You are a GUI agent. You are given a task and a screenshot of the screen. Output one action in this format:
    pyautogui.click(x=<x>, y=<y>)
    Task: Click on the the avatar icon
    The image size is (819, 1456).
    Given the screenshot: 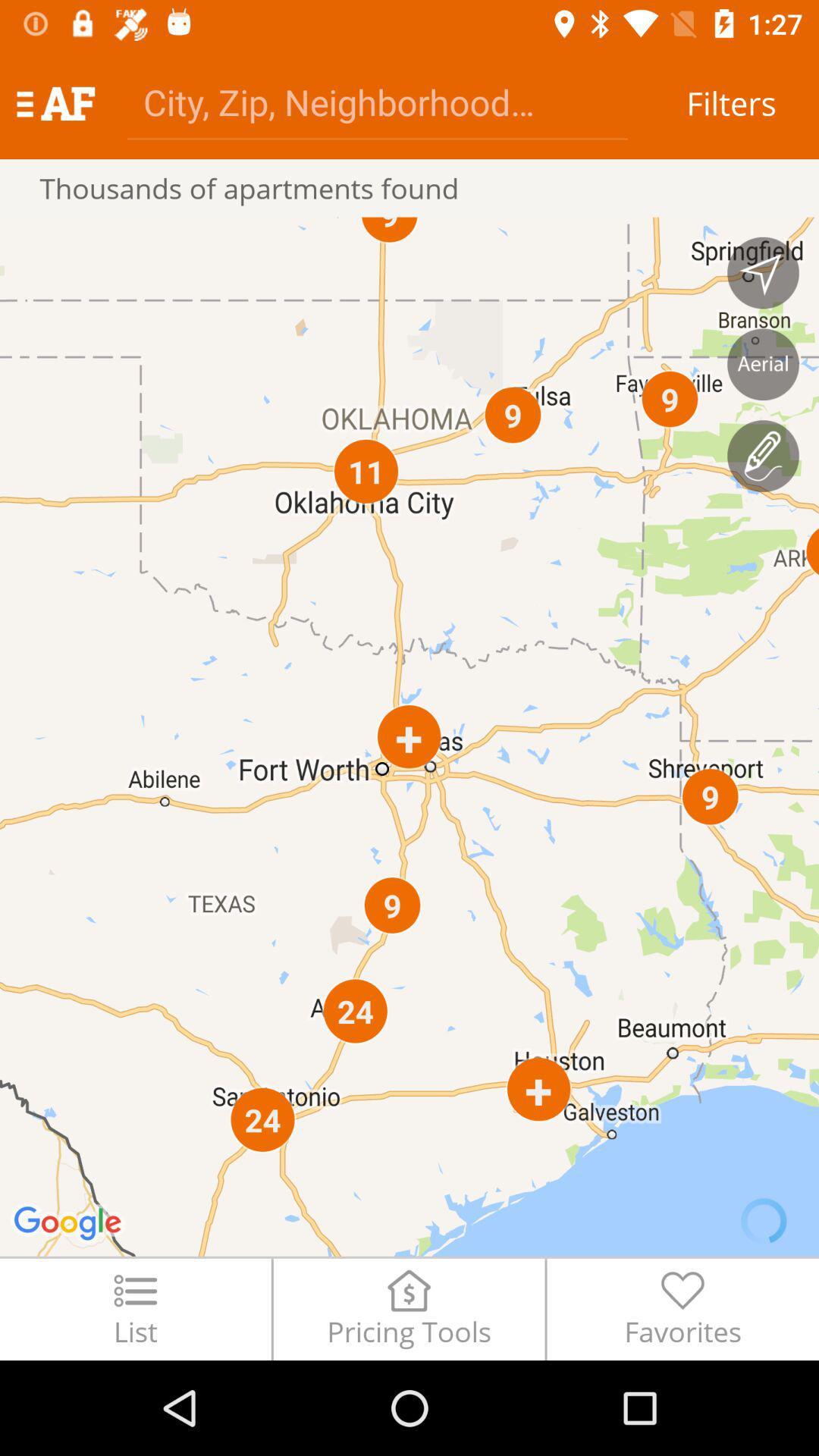 What is the action you would take?
    pyautogui.click(x=763, y=364)
    